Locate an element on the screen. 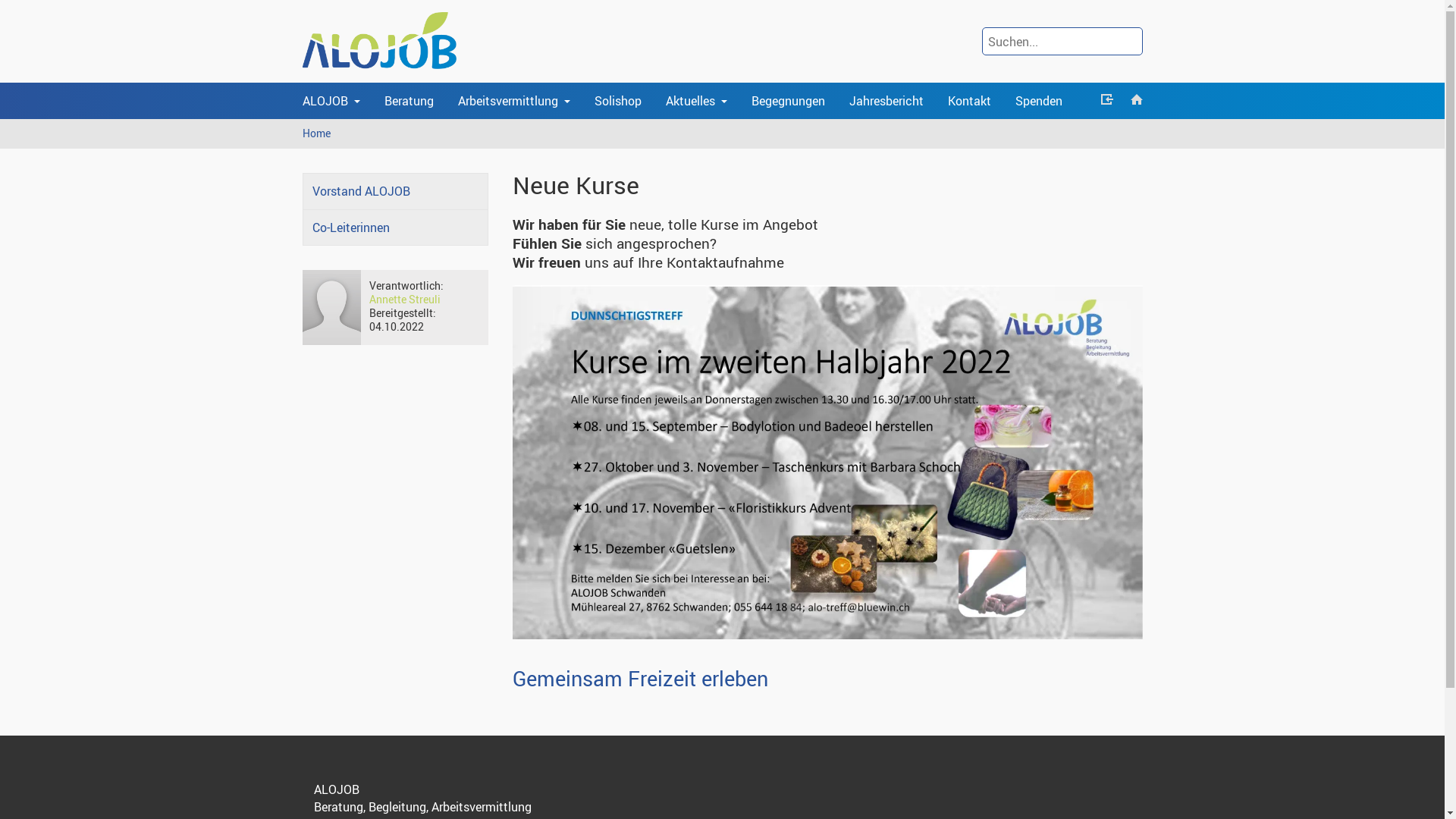  'Vorstand ALOJOB' is located at coordinates (394, 190).